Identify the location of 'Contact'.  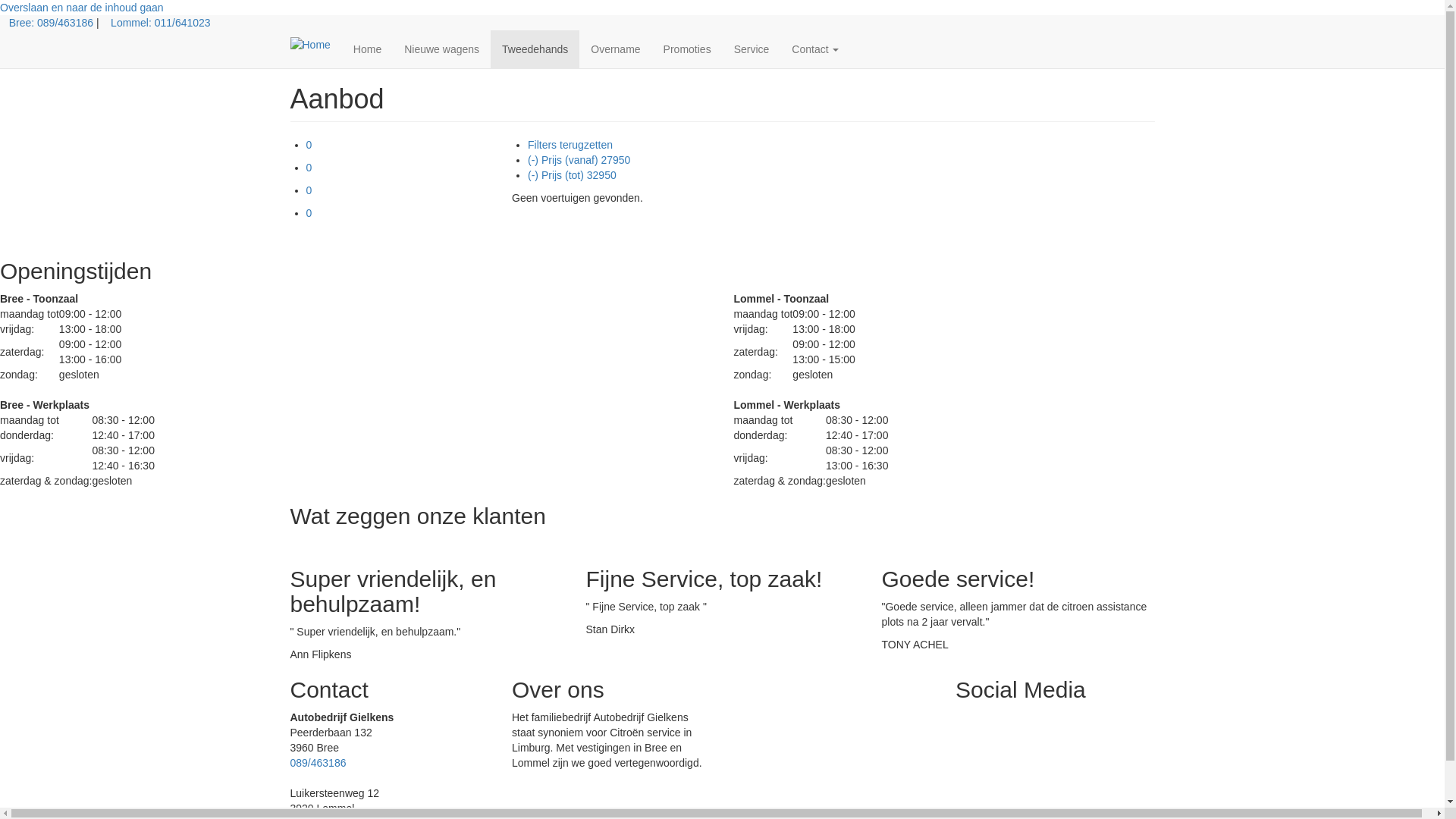
(780, 49).